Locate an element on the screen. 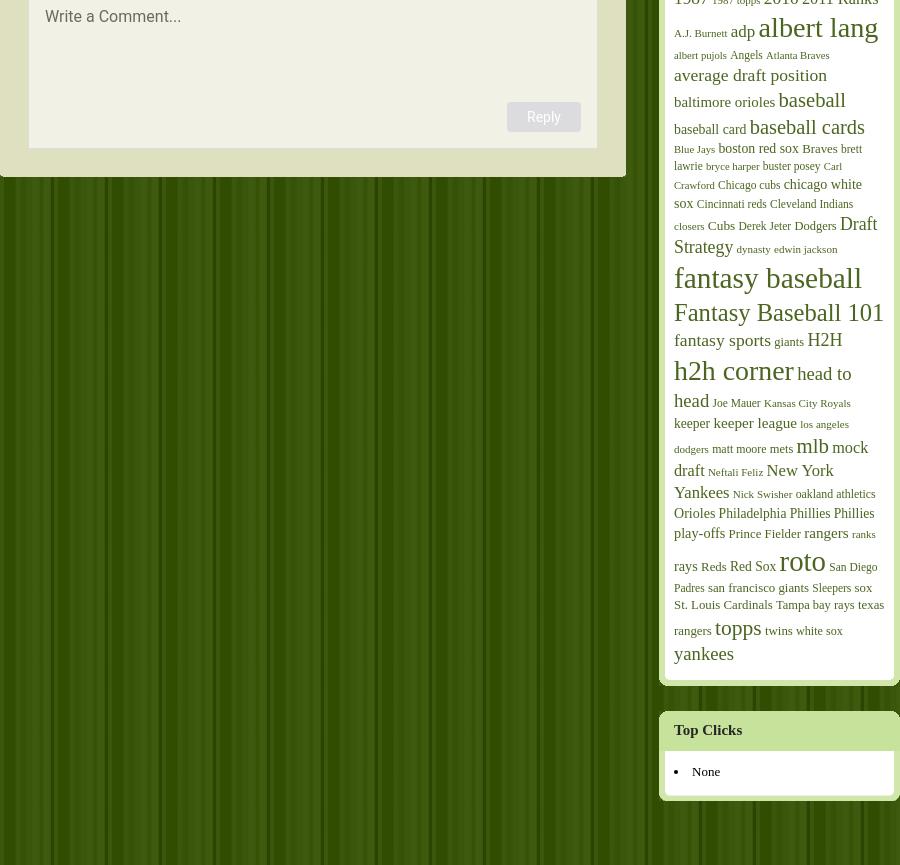 The image size is (900, 865). 'adp' is located at coordinates (741, 31).